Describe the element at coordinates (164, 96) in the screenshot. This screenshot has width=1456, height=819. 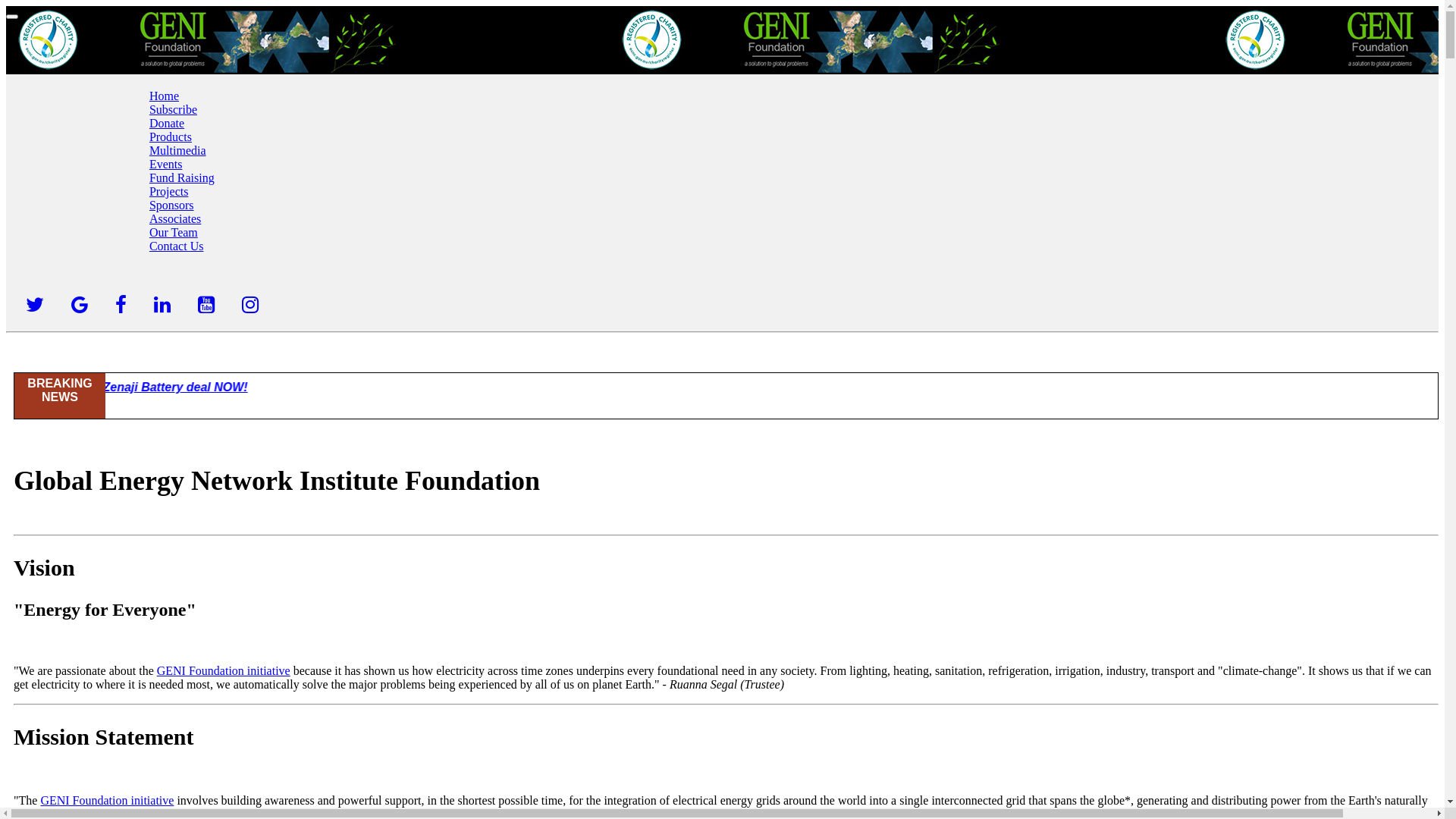
I see `'Home'` at that location.